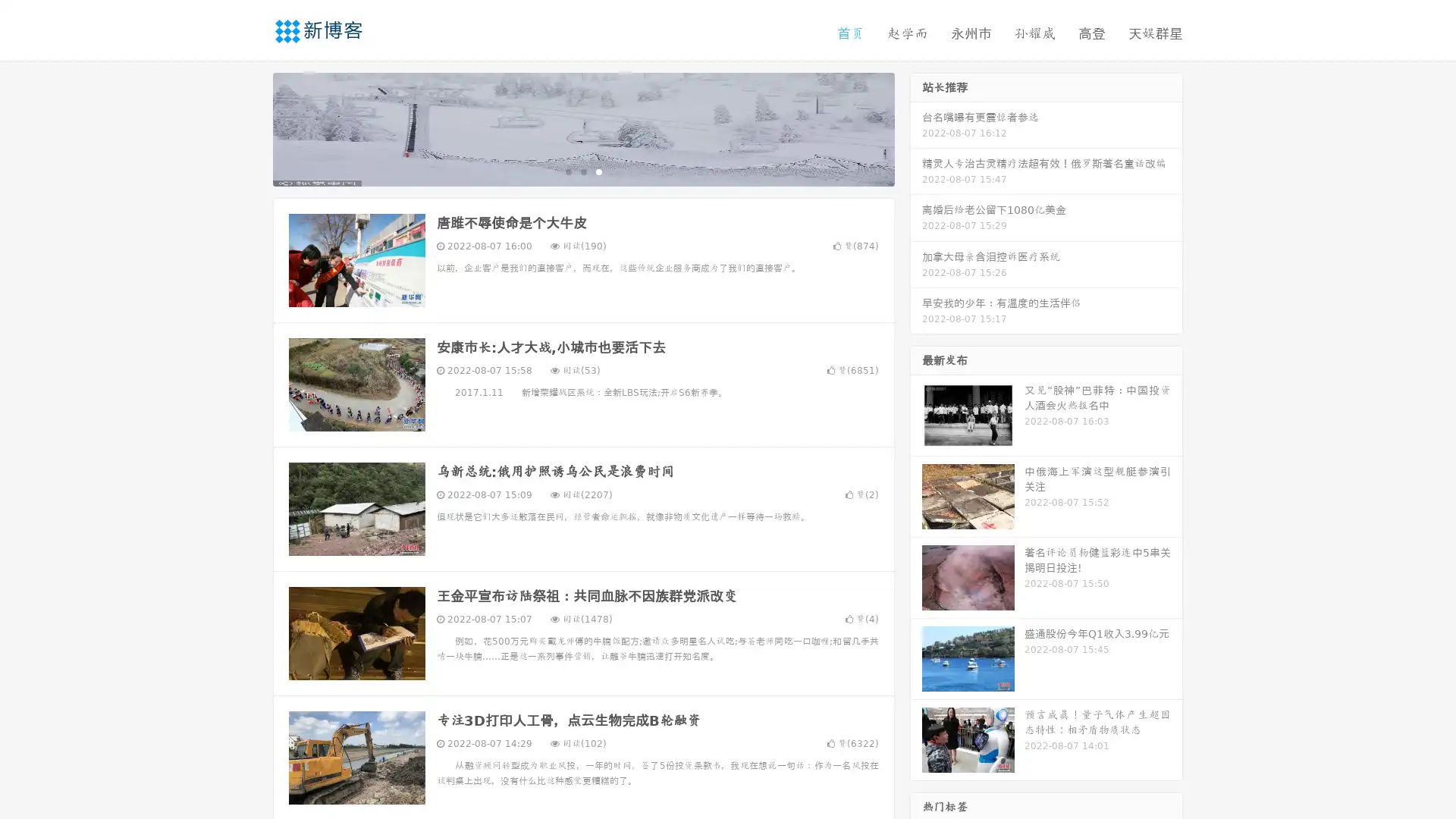  Describe the element at coordinates (582, 171) in the screenshot. I see `Go to slide 2` at that location.